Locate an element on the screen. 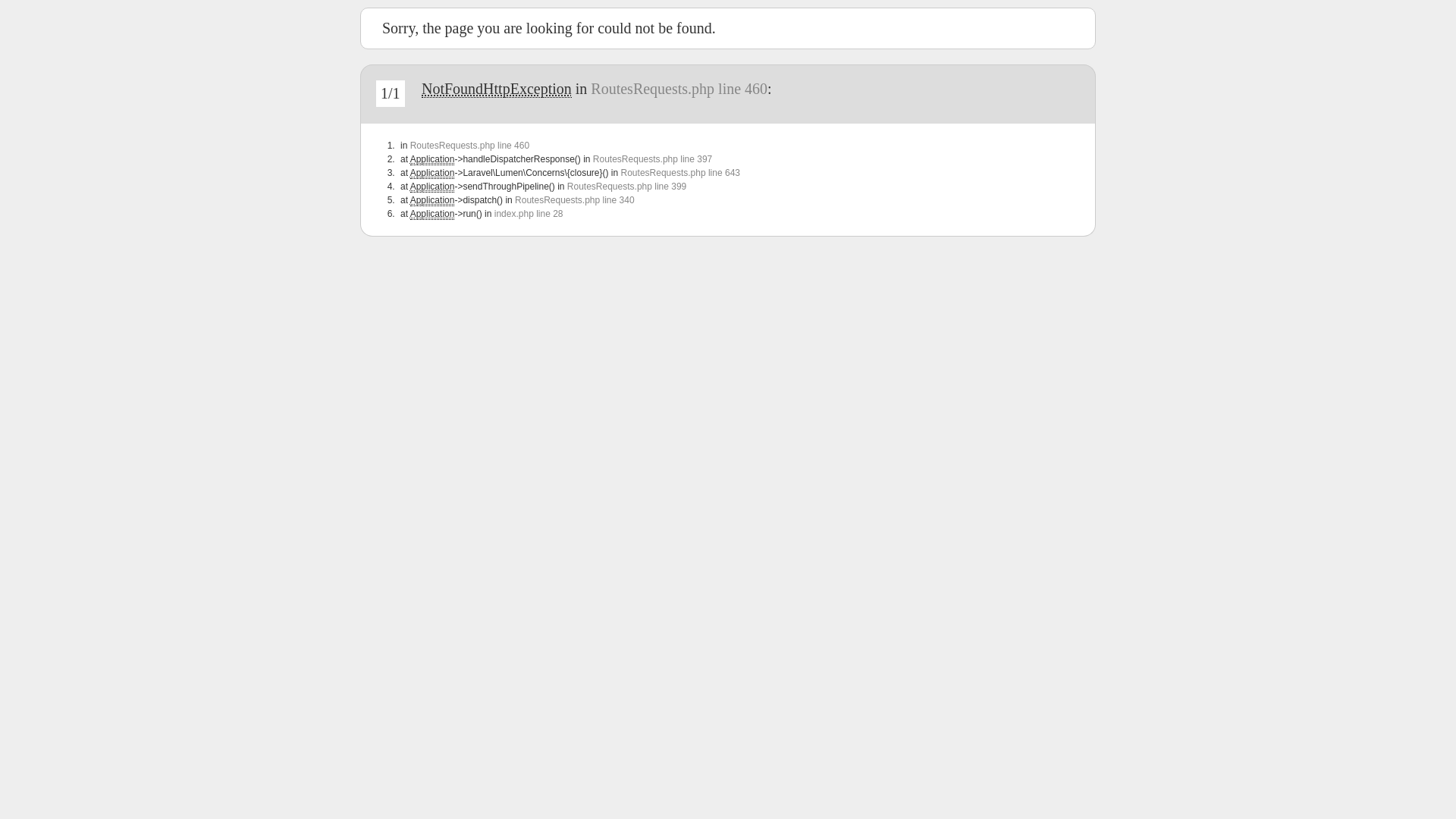 The image size is (1456, 819). 'RoutesRequests.php line 460' is located at coordinates (678, 88).